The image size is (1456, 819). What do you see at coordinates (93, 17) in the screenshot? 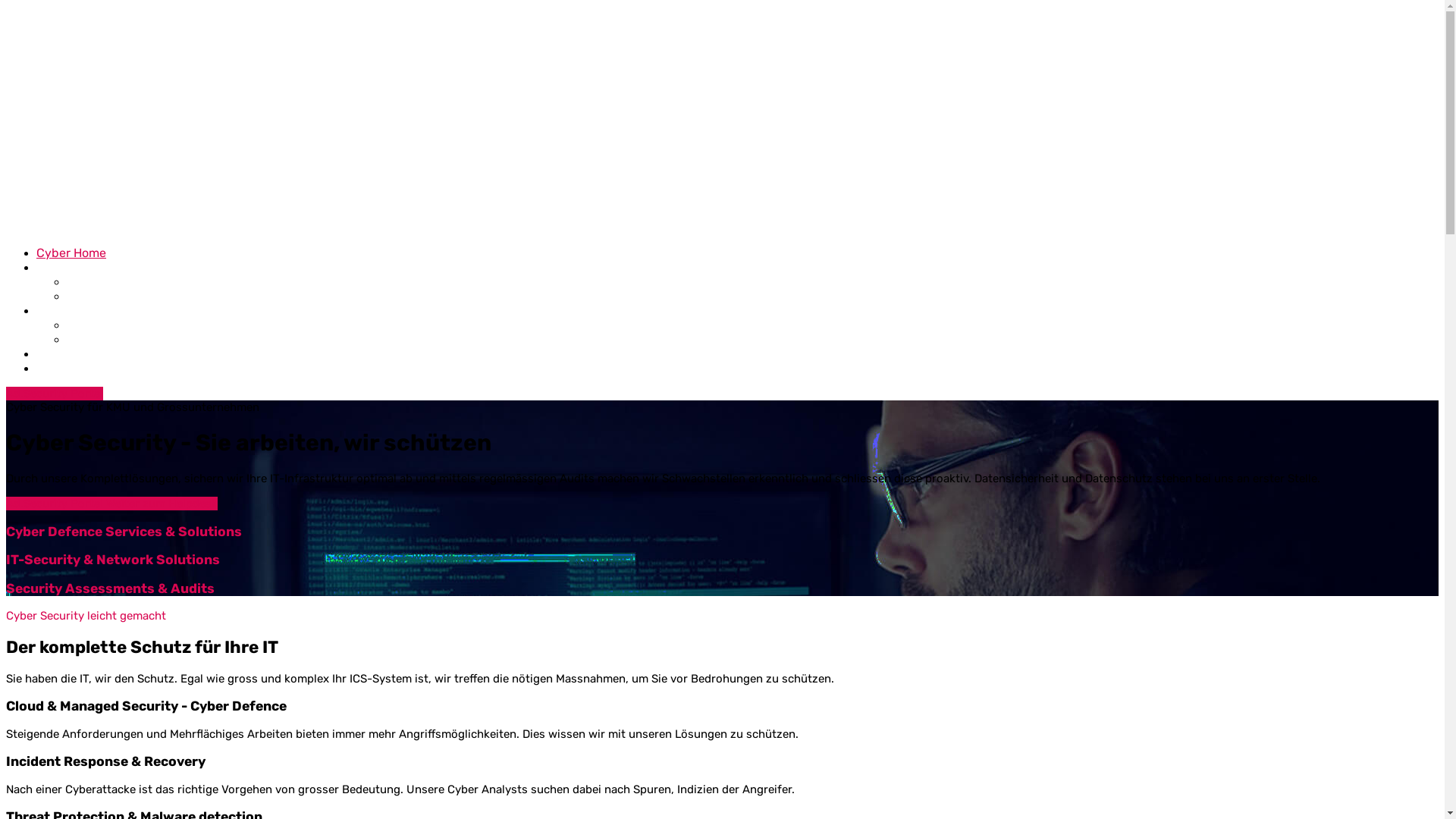
I see `'office@advision.swiss'` at bounding box center [93, 17].